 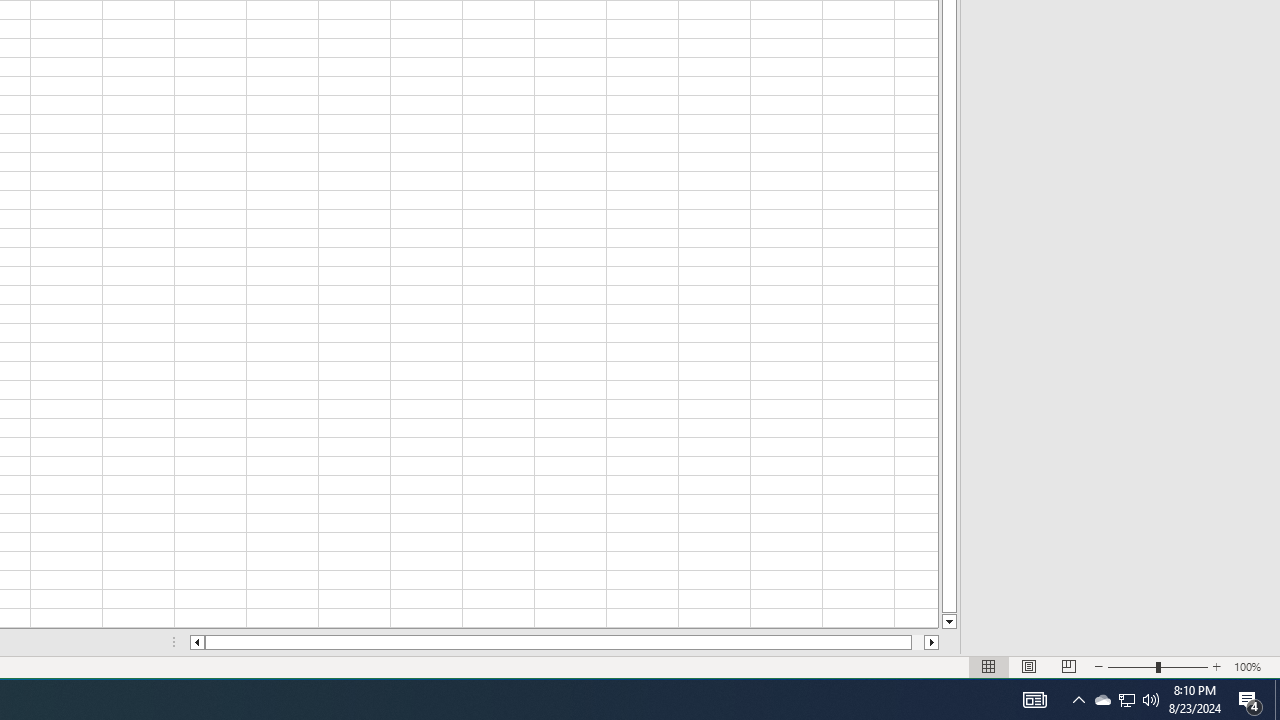 What do you see at coordinates (1078, 698) in the screenshot?
I see `'AutomationID: 4105'` at bounding box center [1078, 698].